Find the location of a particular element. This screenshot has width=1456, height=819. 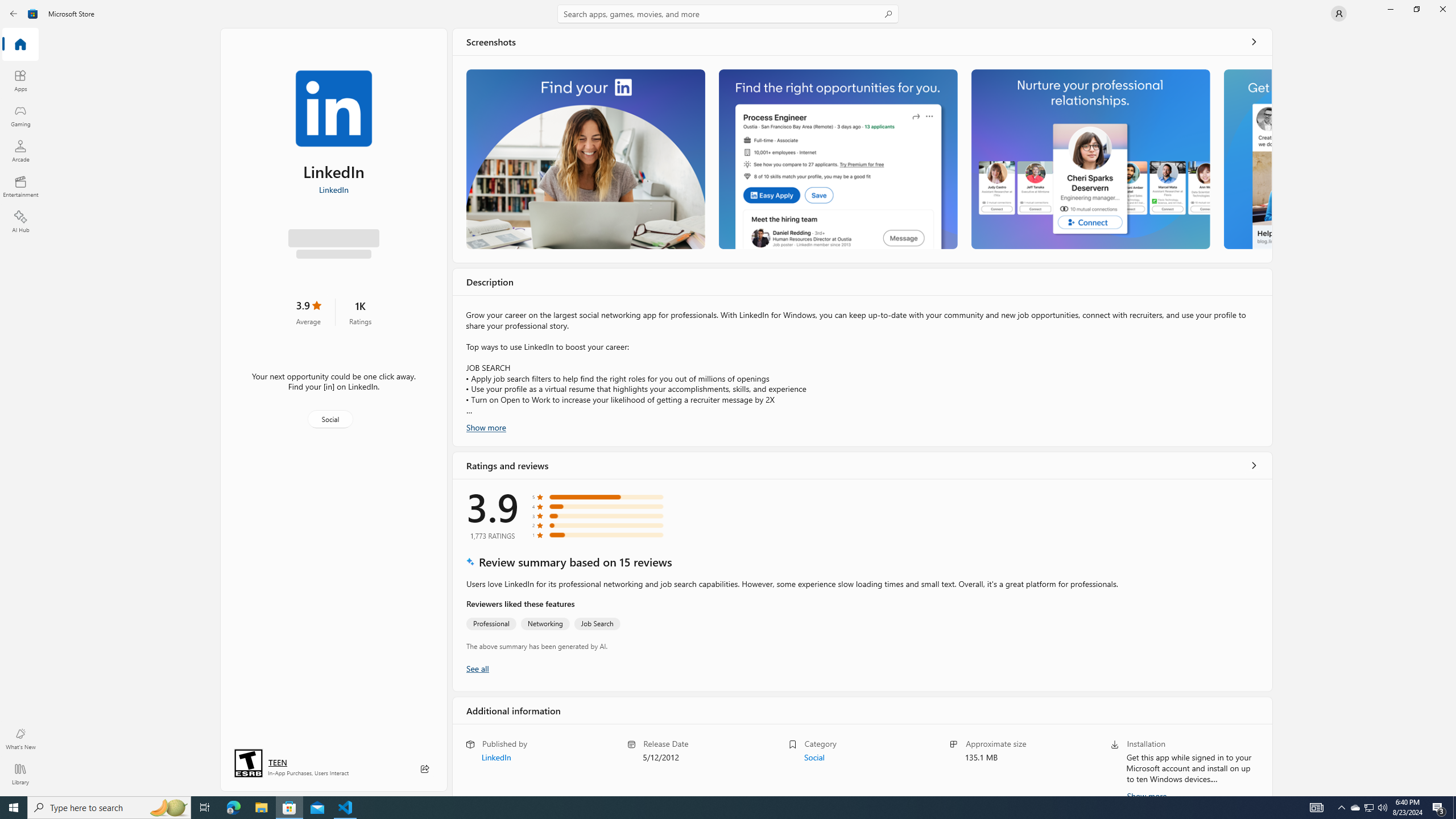

'Arcade' is located at coordinates (19, 150).